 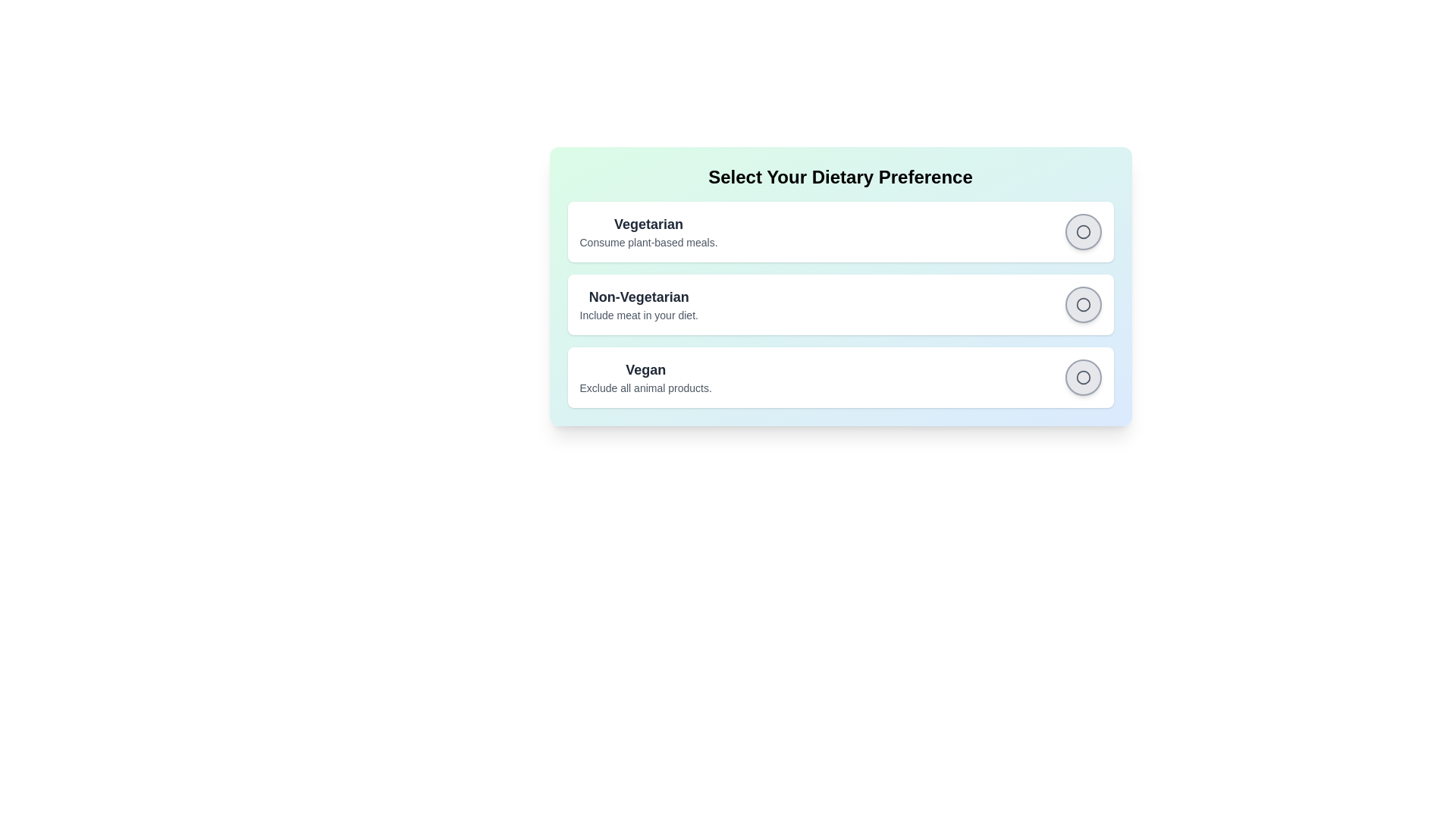 What do you see at coordinates (839, 287) in the screenshot?
I see `the circular button` at bounding box center [839, 287].